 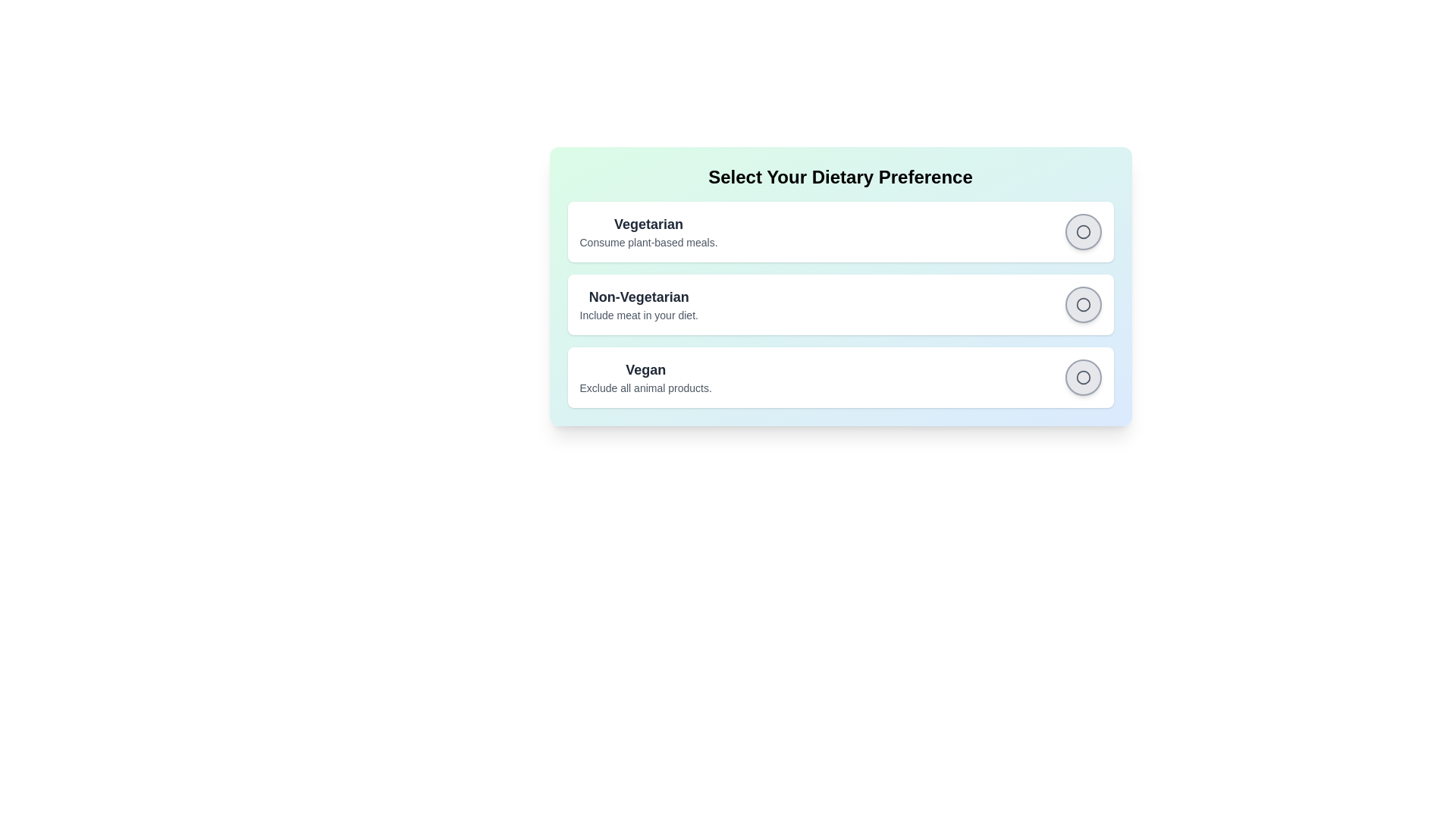 What do you see at coordinates (839, 287) in the screenshot?
I see `the circular button` at bounding box center [839, 287].